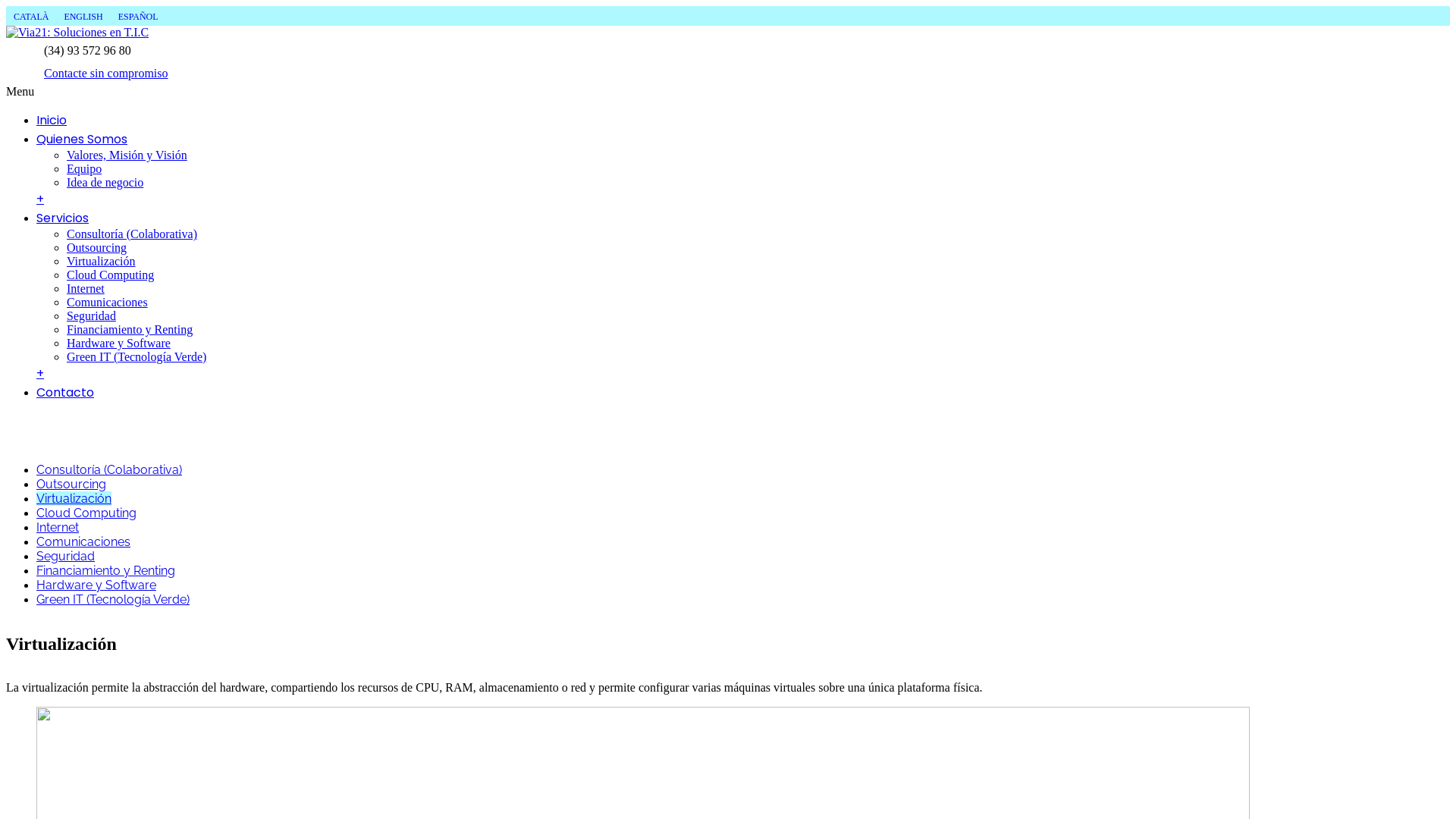  Describe the element at coordinates (118, 343) in the screenshot. I see `'Hardware y Software'` at that location.